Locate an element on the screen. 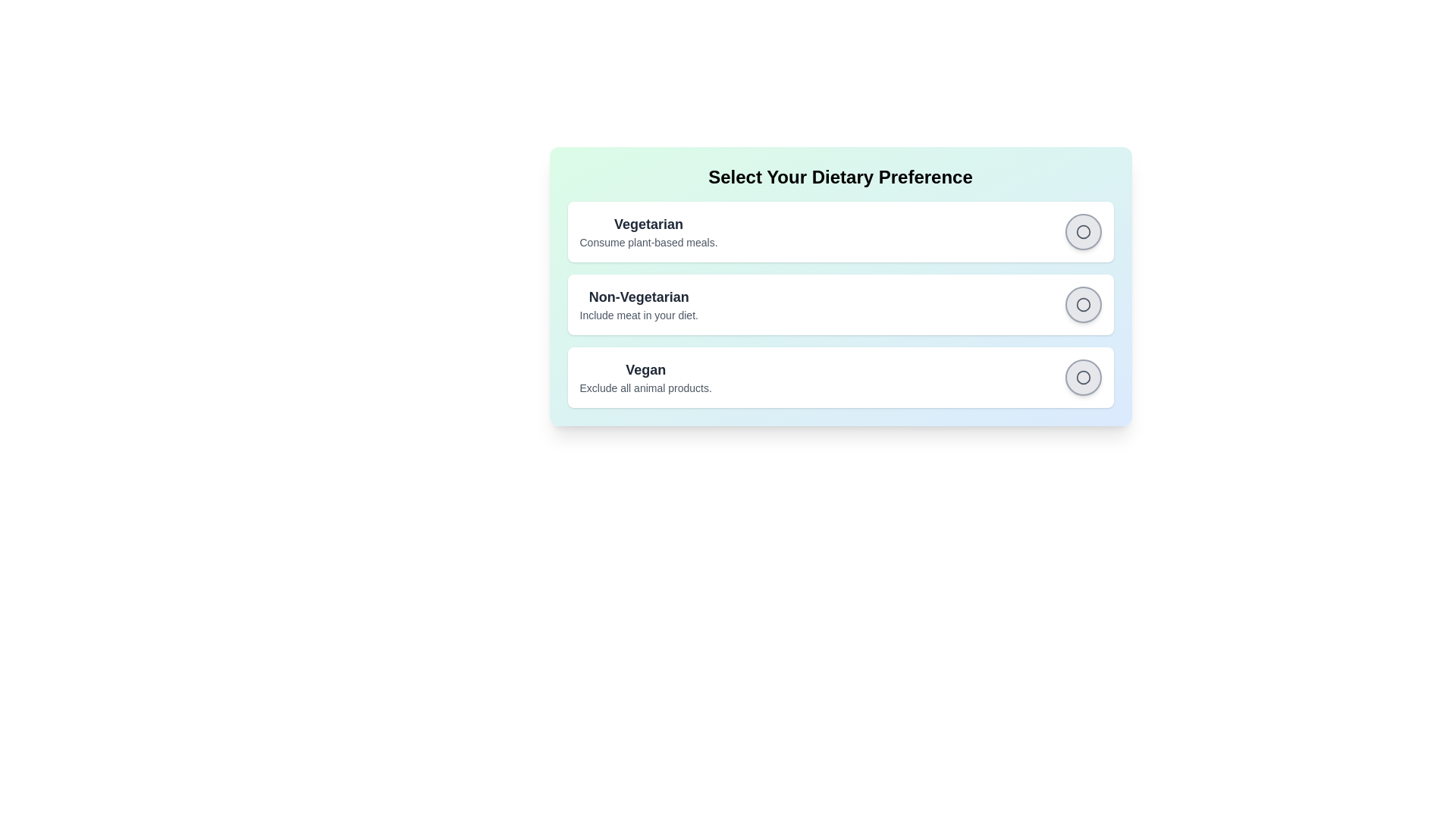 The width and height of the screenshot is (1456, 819). the selected radio button located to the right of the 'Vegetarian' option in the dietary preferences list is located at coordinates (1082, 231).